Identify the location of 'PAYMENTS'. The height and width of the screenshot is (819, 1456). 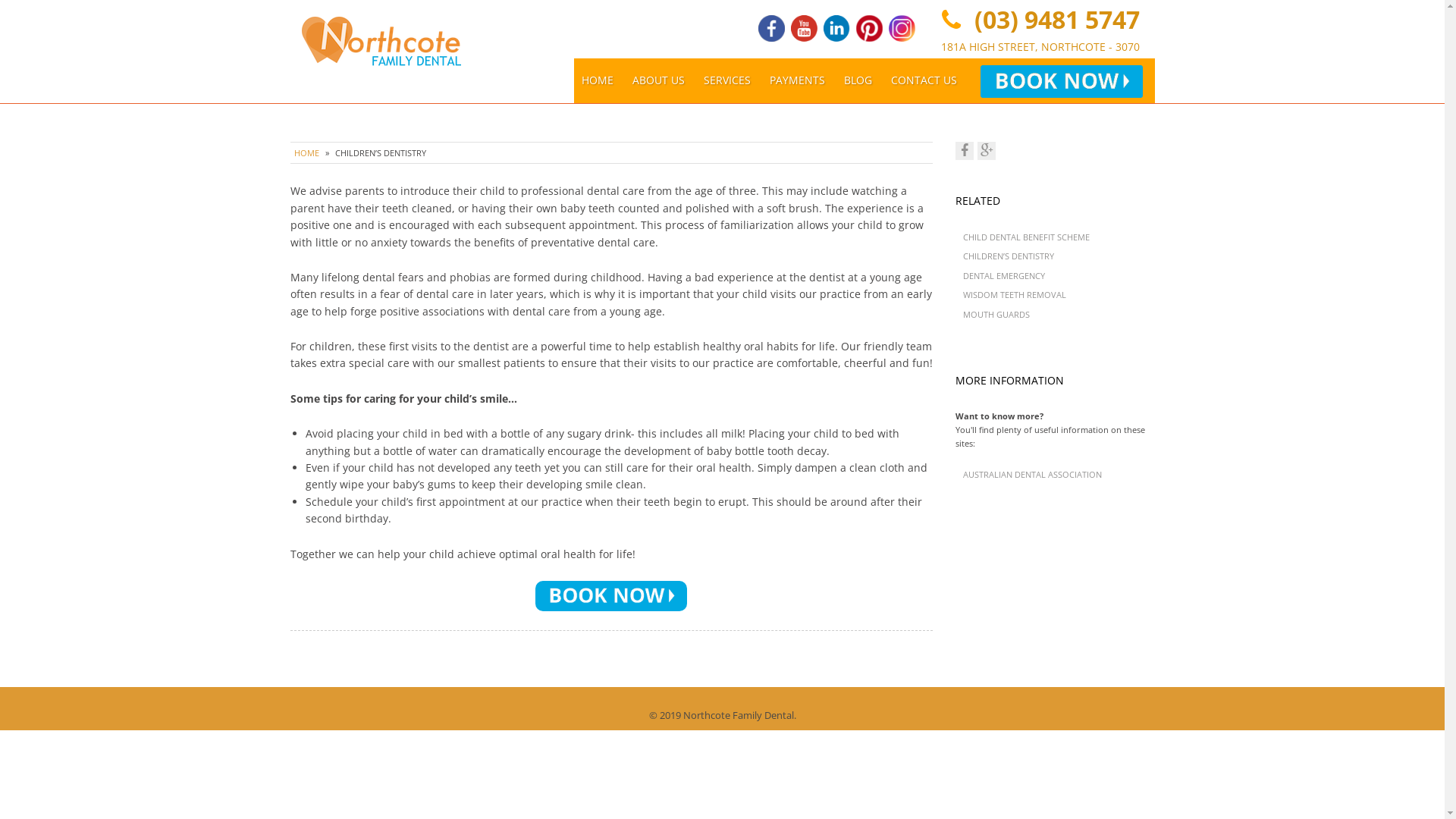
(796, 80).